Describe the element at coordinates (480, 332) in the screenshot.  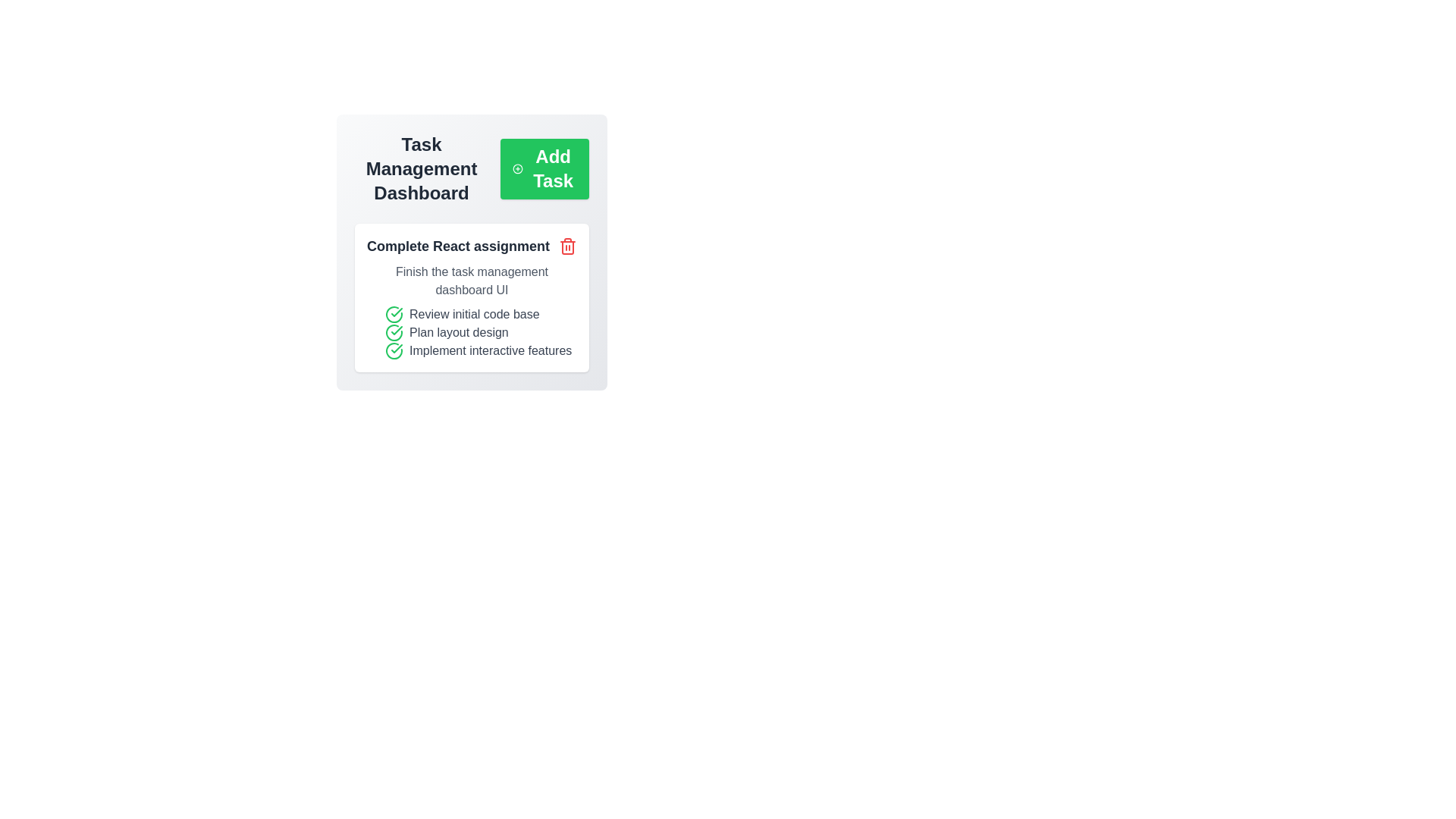
I see `the task list item labeled 'Plan layout design' with a green checkmark icon, located as the second item in the task management card` at that location.